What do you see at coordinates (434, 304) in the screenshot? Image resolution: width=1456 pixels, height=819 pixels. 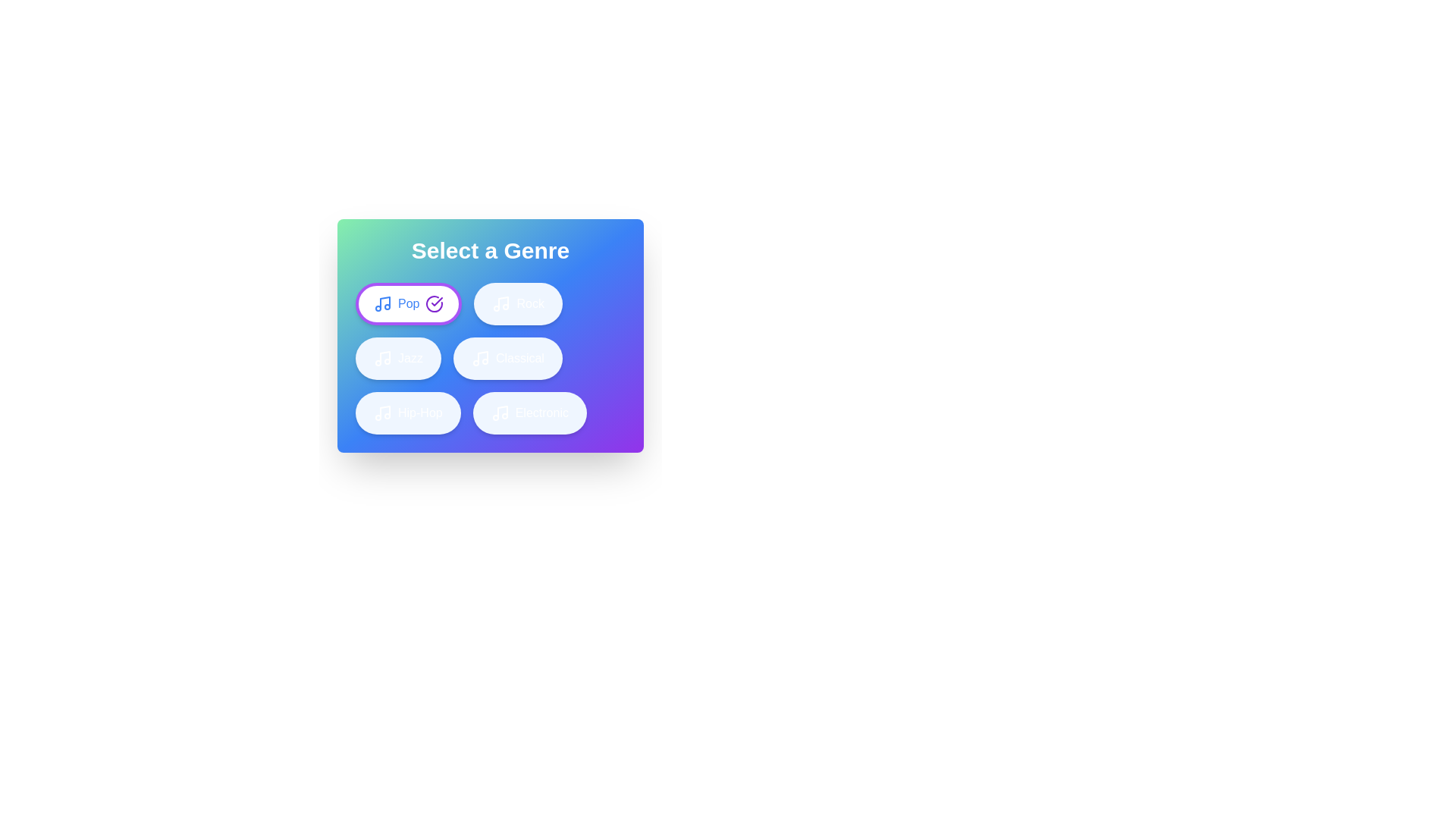 I see `the purple circular icon with a checkmark located to the right of the 'Pop' text in the genre selection interface` at bounding box center [434, 304].